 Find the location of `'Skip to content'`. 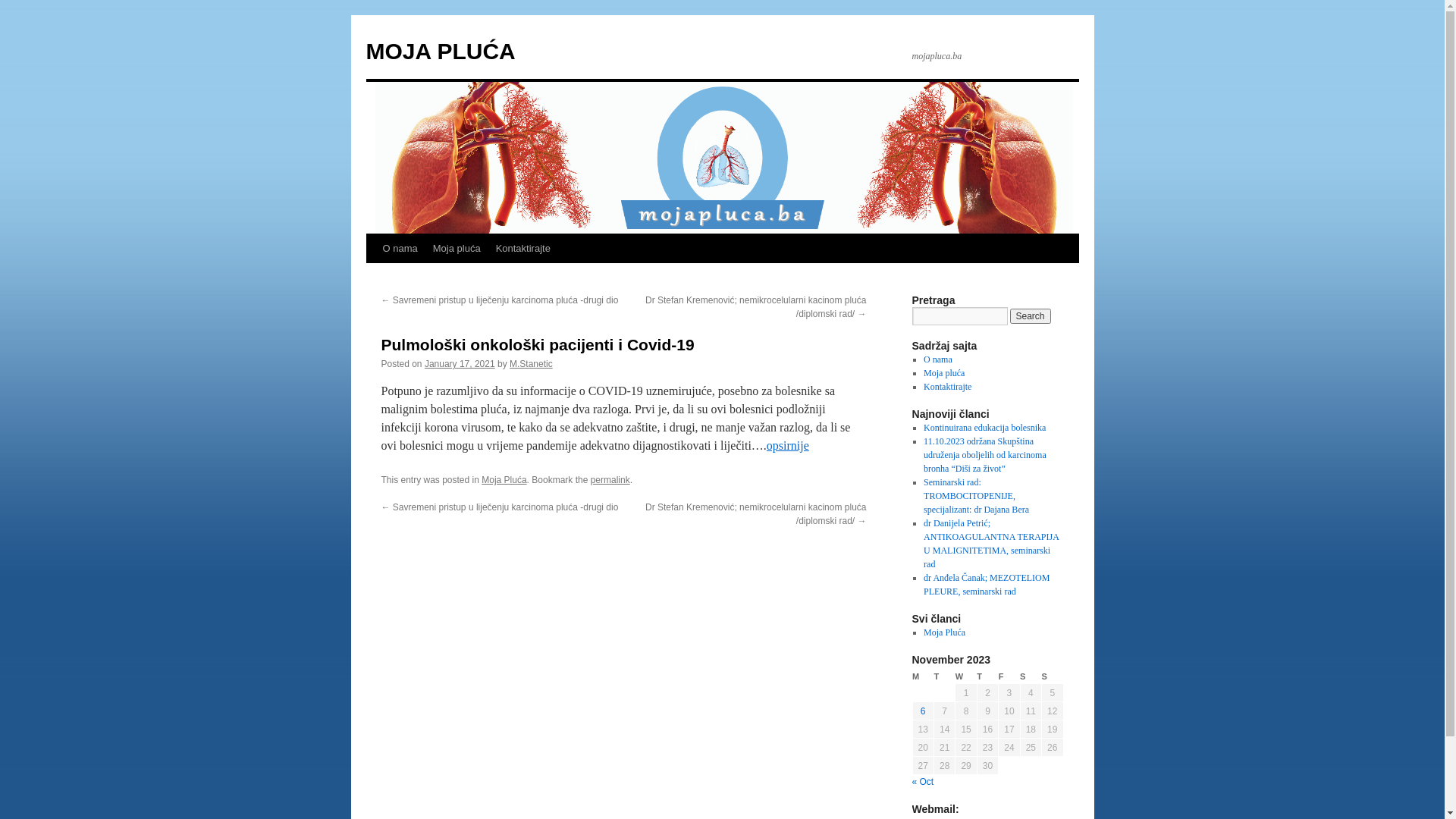

'Skip to content' is located at coordinates (372, 277).